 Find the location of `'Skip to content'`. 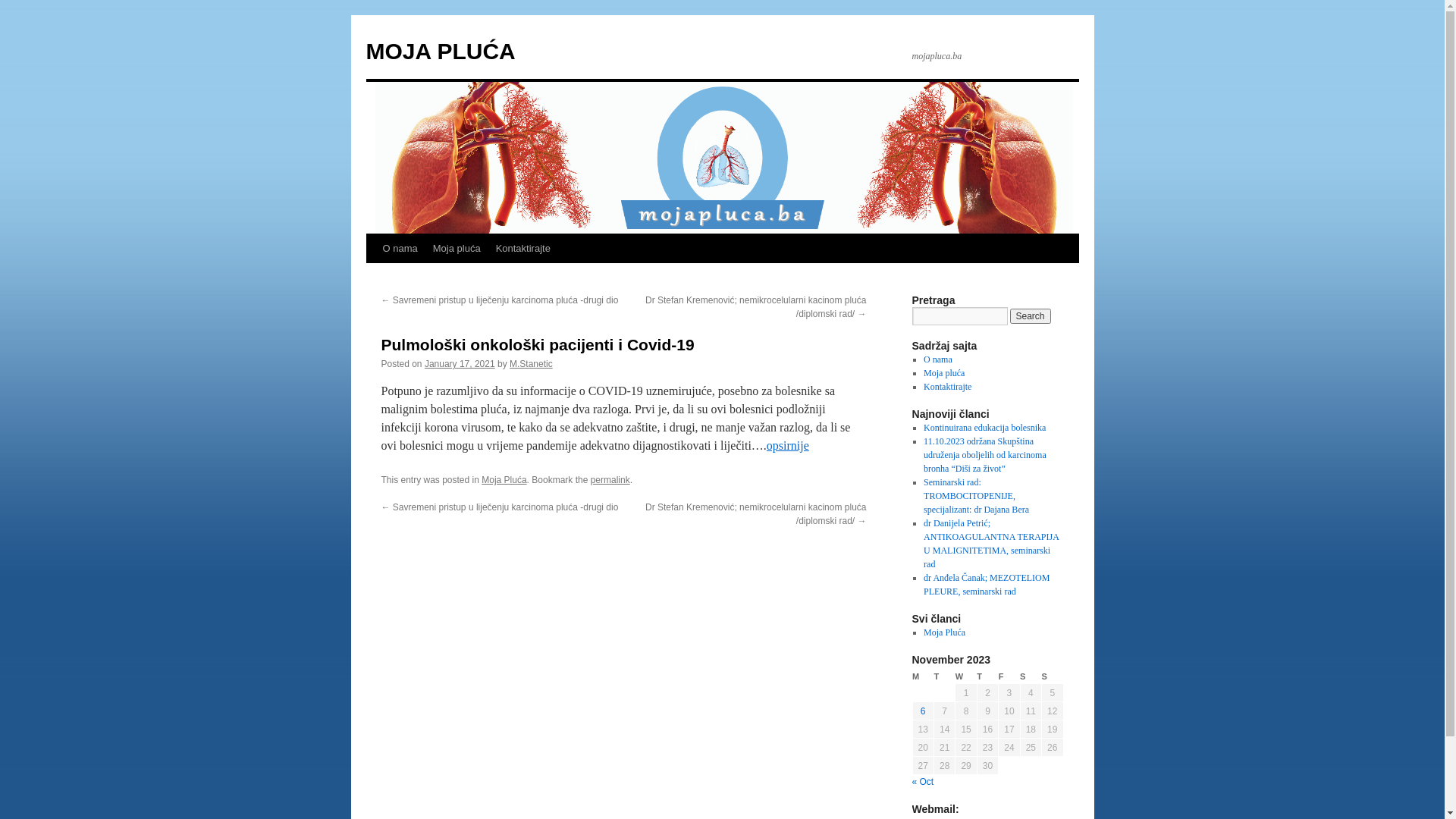

'Skip to content' is located at coordinates (372, 277).